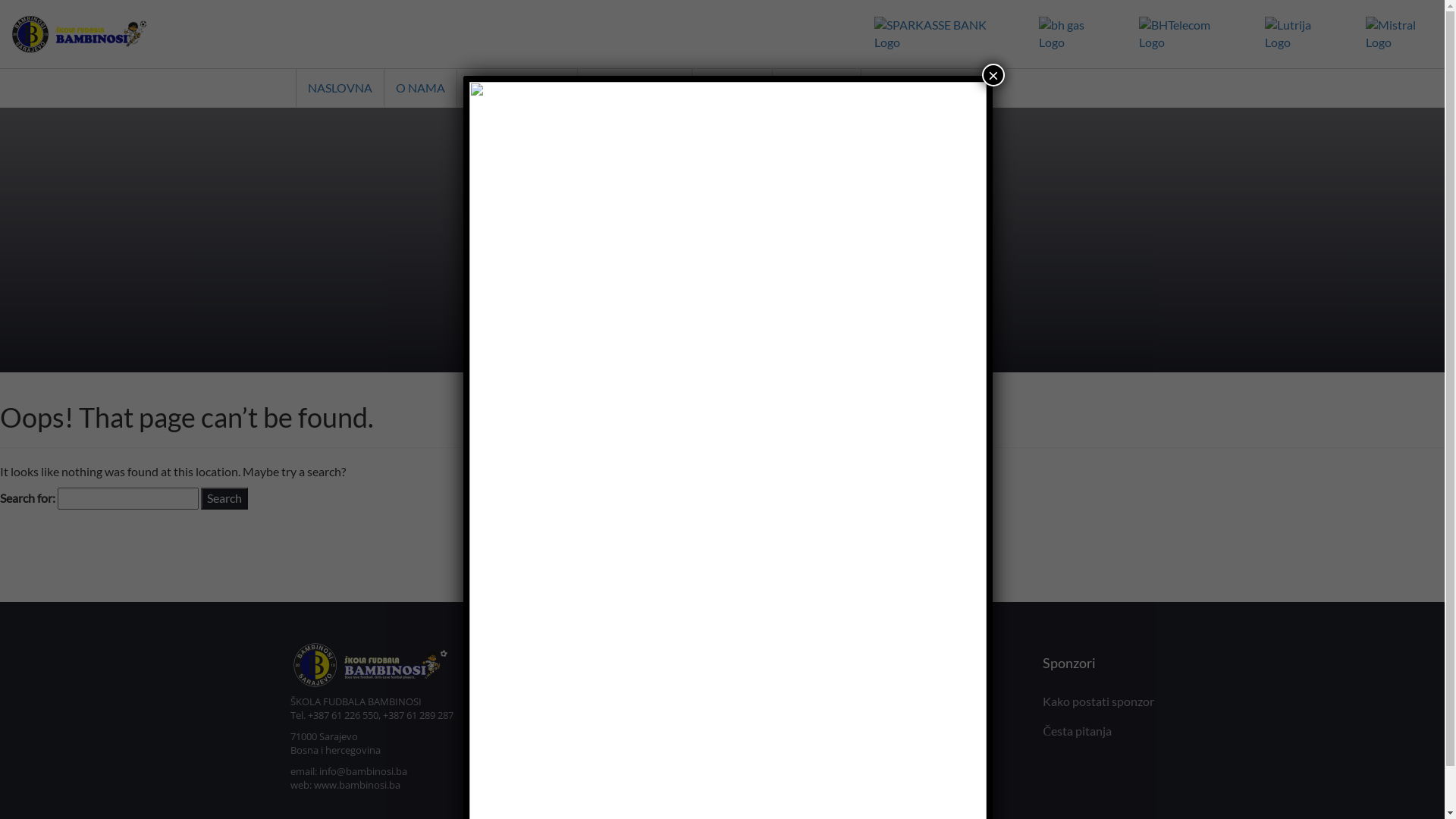  I want to click on 'Kako se upisati', so click(654, 701).